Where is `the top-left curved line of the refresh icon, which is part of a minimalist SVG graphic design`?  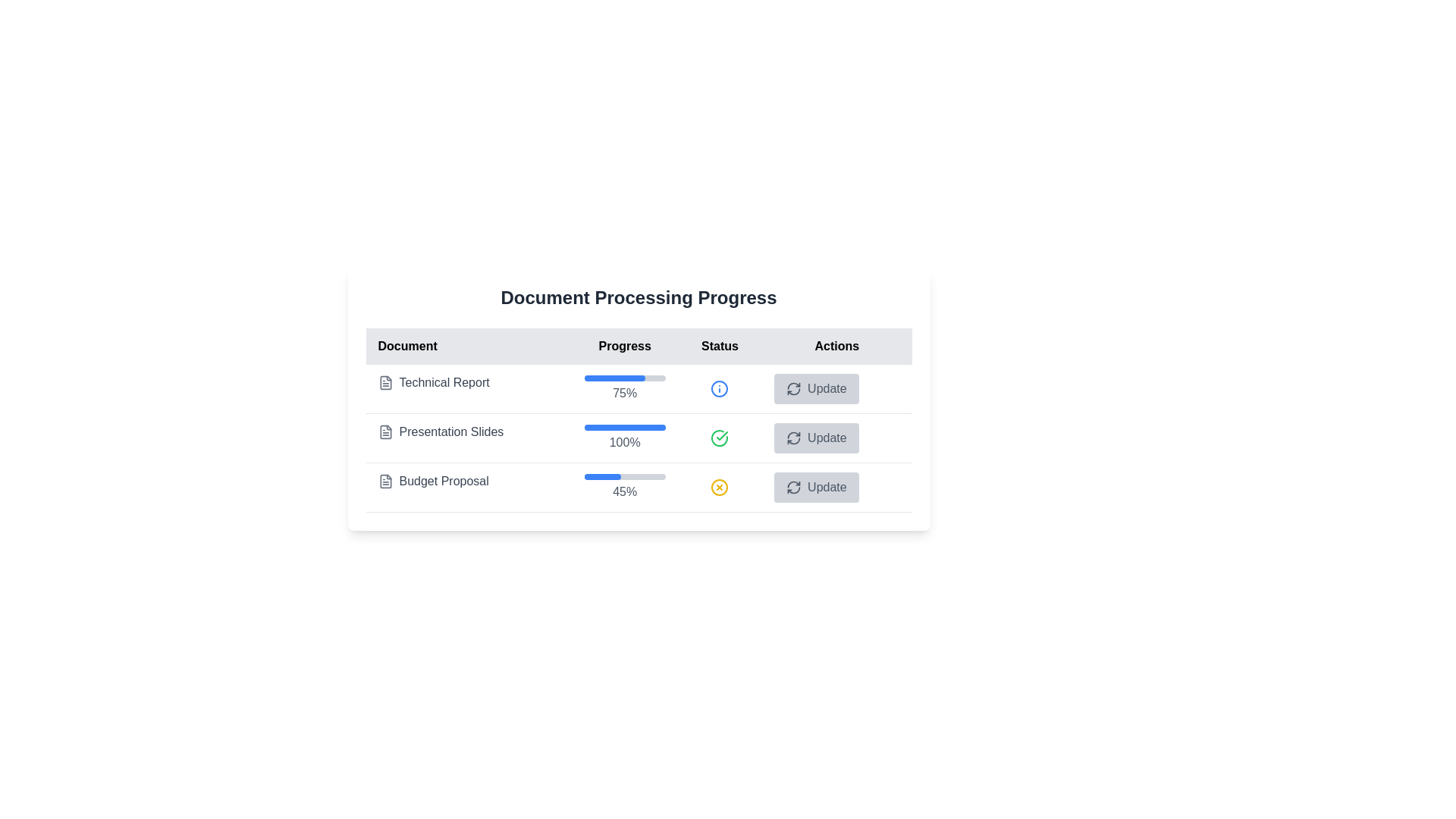 the top-left curved line of the refresh icon, which is part of a minimalist SVG graphic design is located at coordinates (793, 385).